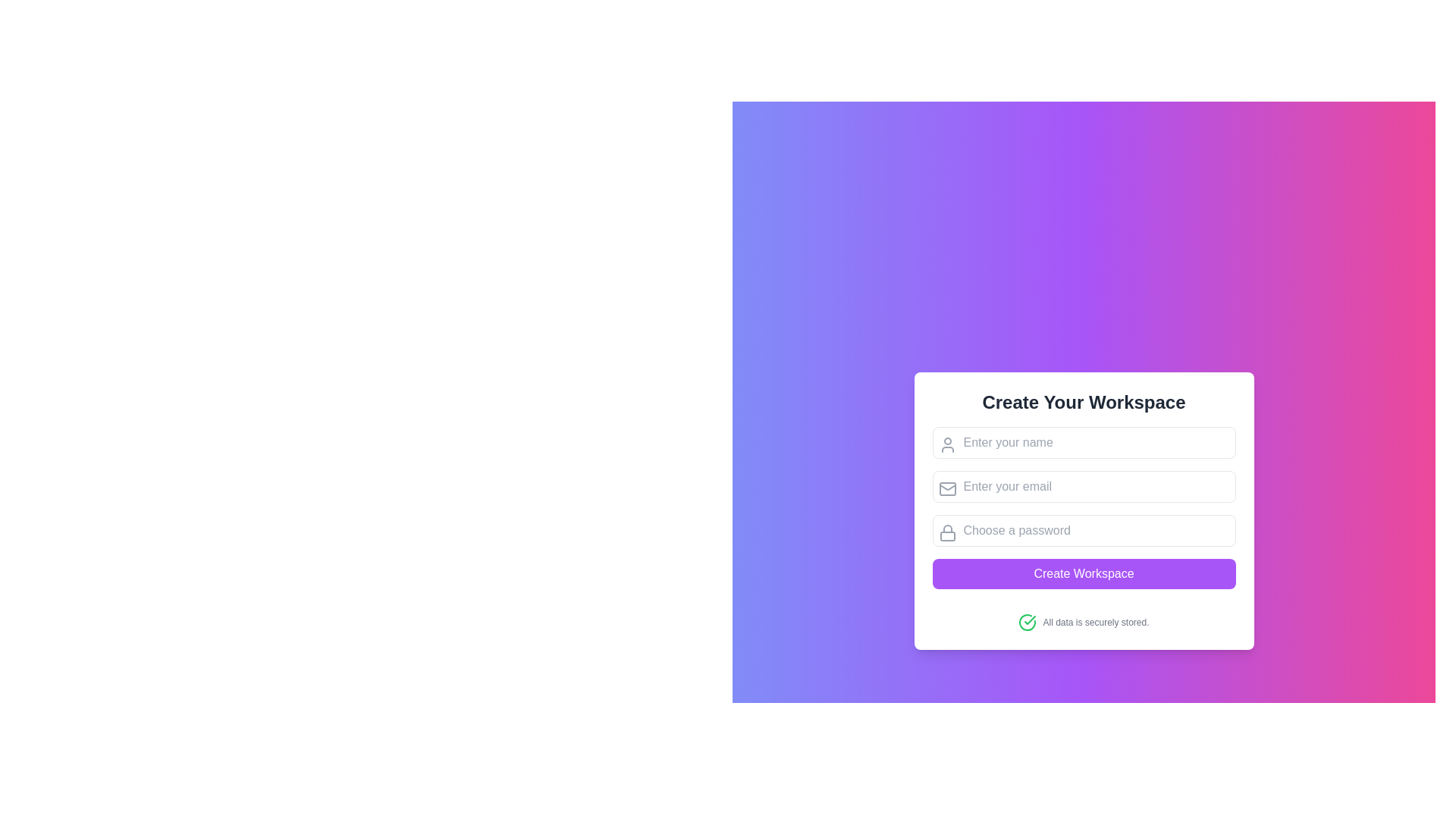 The width and height of the screenshot is (1456, 819). What do you see at coordinates (1083, 486) in the screenshot?
I see `the Email input field in the 'Create Your Workspace' form to observe the focus effects` at bounding box center [1083, 486].